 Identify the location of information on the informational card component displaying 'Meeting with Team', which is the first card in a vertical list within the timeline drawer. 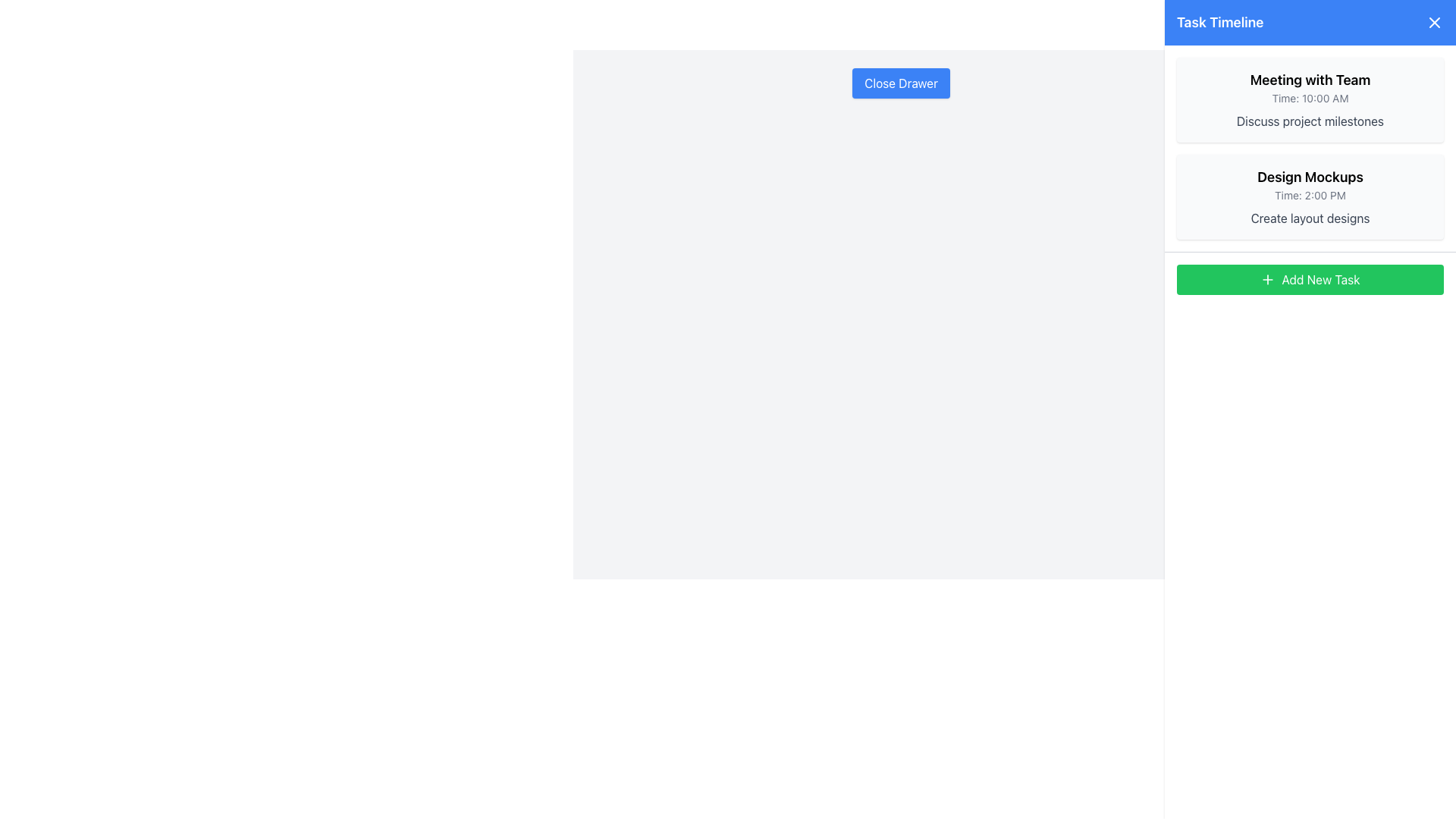
(1310, 99).